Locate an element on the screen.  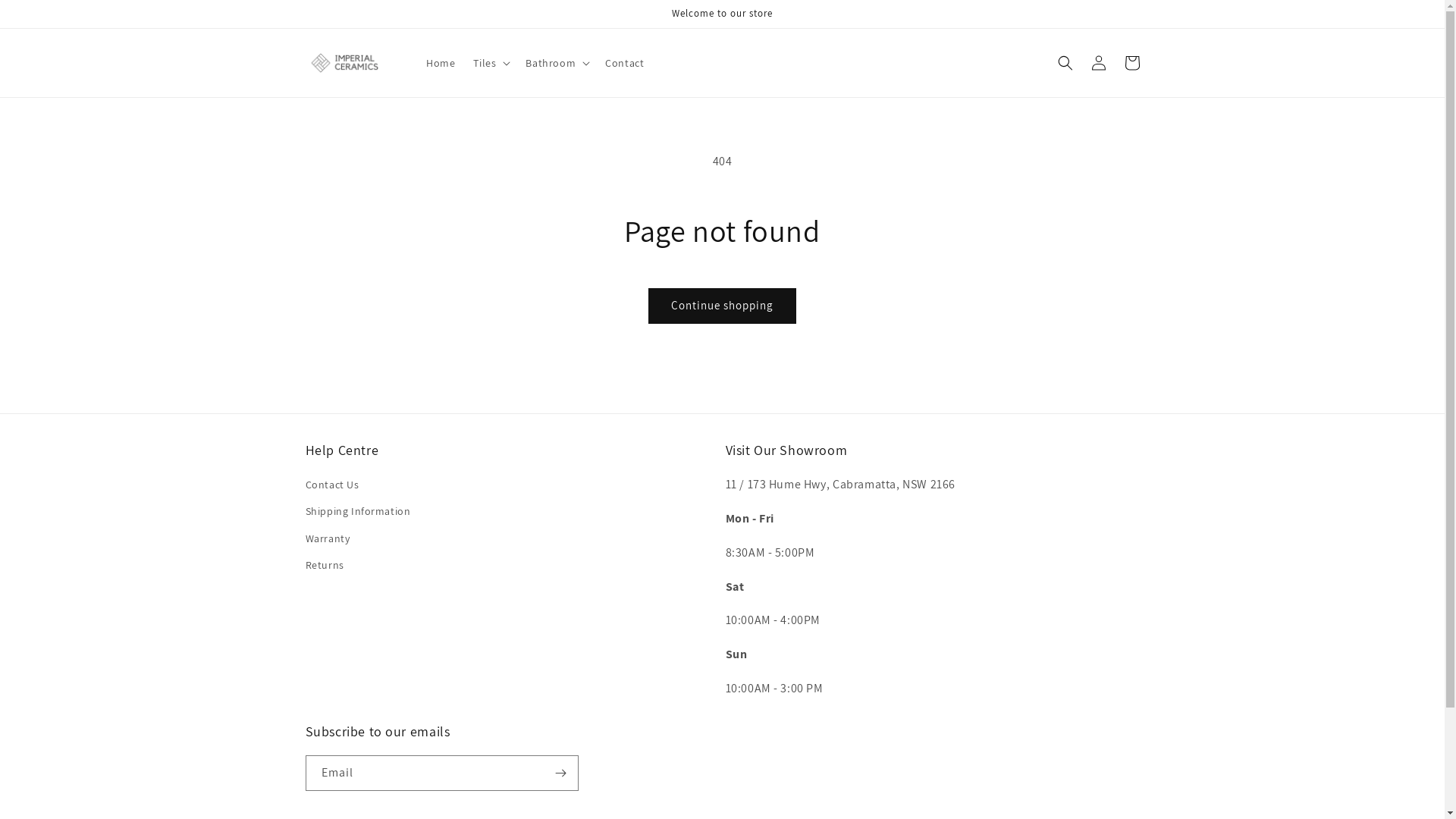
'Warranty' is located at coordinates (304, 538).